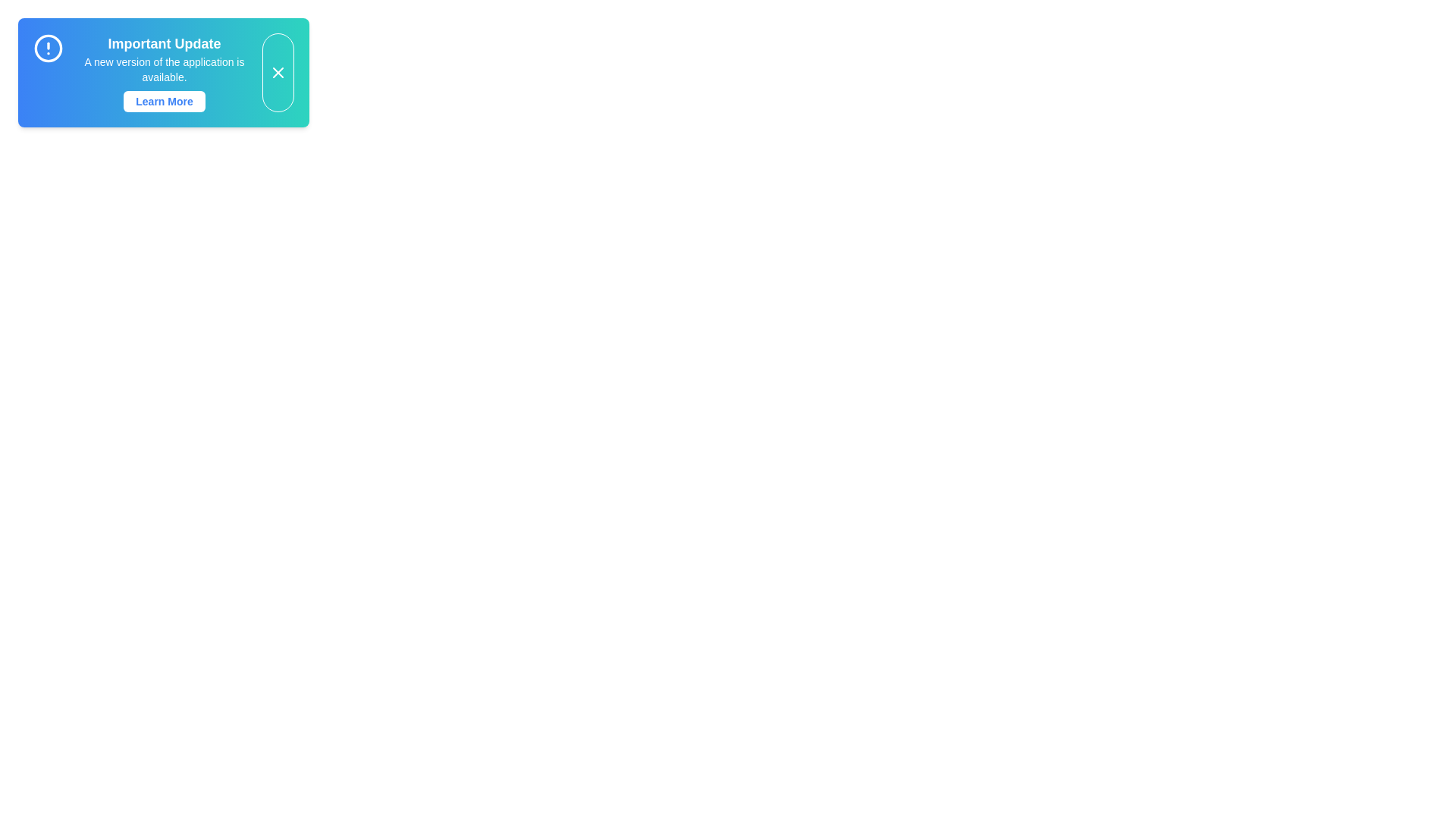 The height and width of the screenshot is (819, 1456). I want to click on the close button to dismiss the snackbar, so click(278, 73).